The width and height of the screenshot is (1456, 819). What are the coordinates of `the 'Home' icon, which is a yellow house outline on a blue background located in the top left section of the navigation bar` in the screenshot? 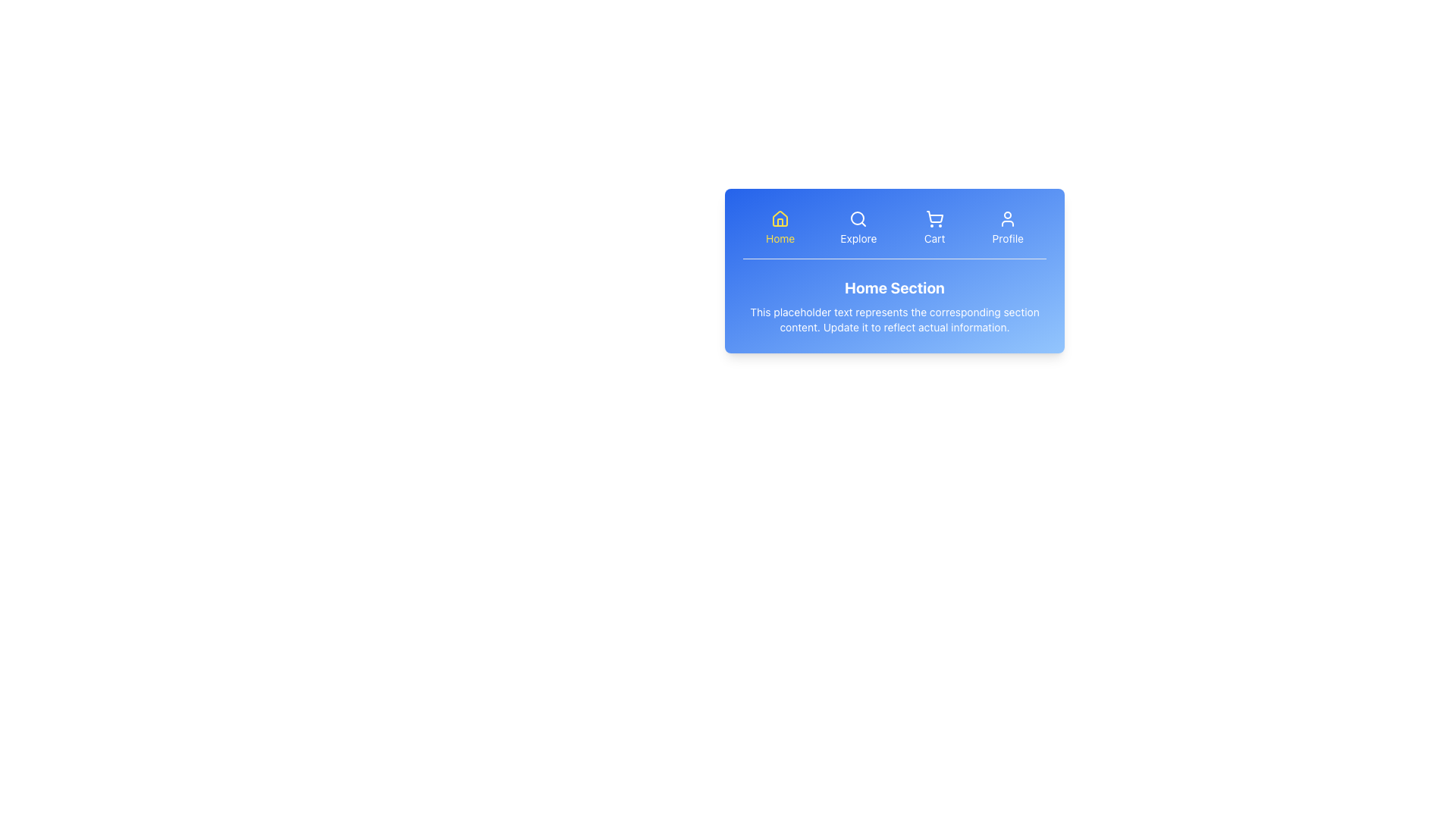 It's located at (780, 219).